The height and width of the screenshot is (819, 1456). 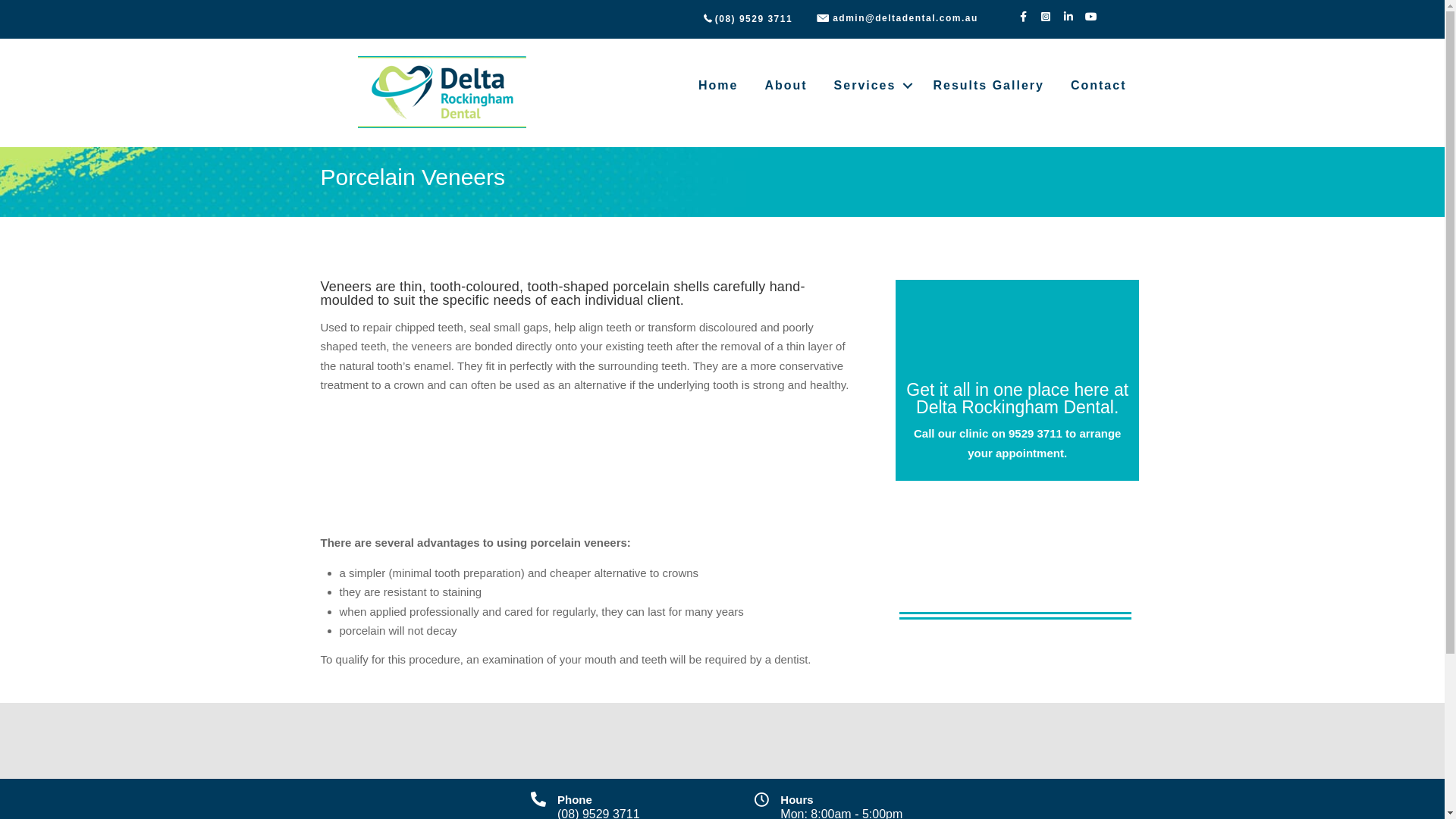 I want to click on 'Contact', so click(x=1099, y=85).